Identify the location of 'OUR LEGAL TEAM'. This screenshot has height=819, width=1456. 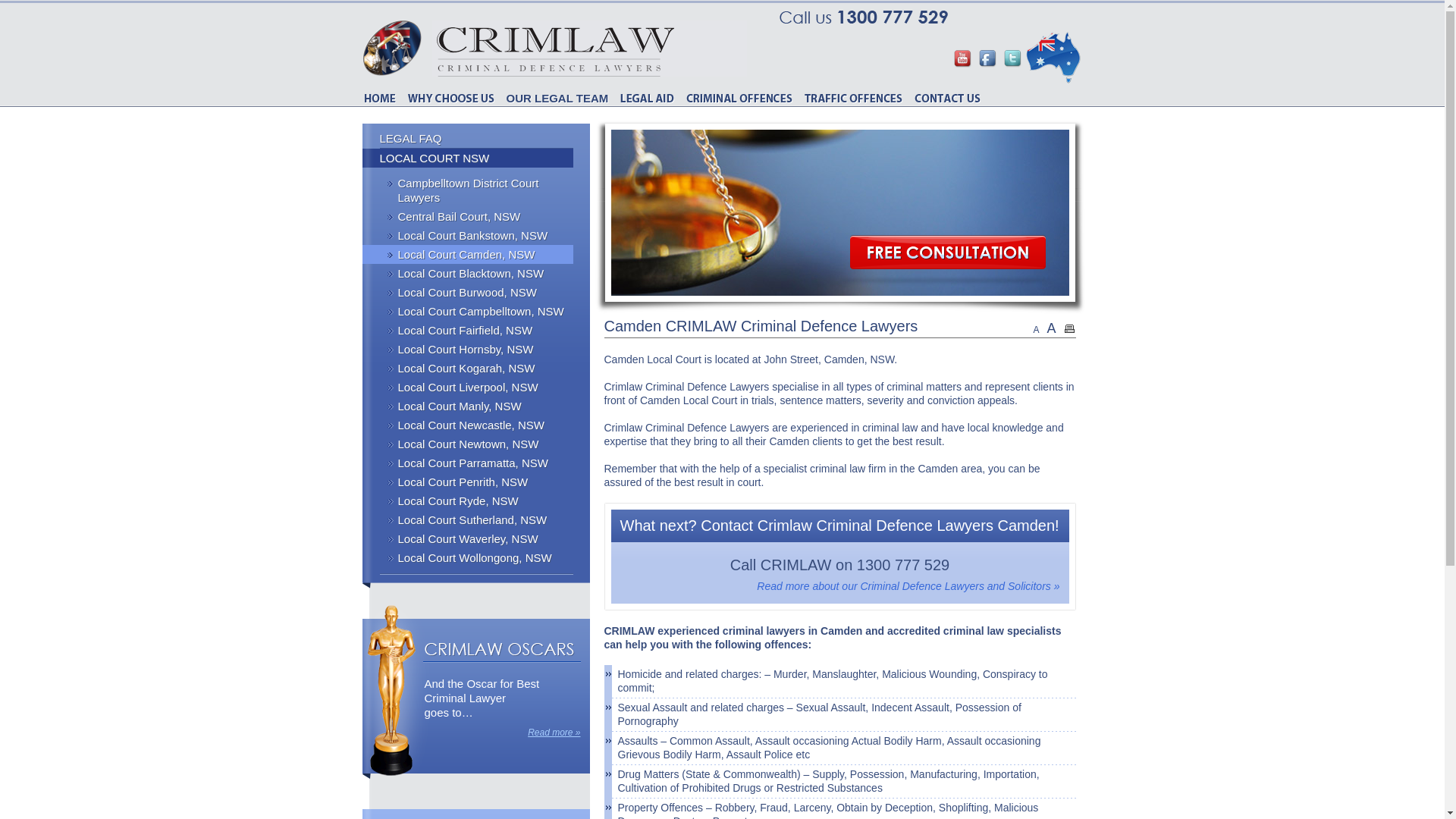
(557, 99).